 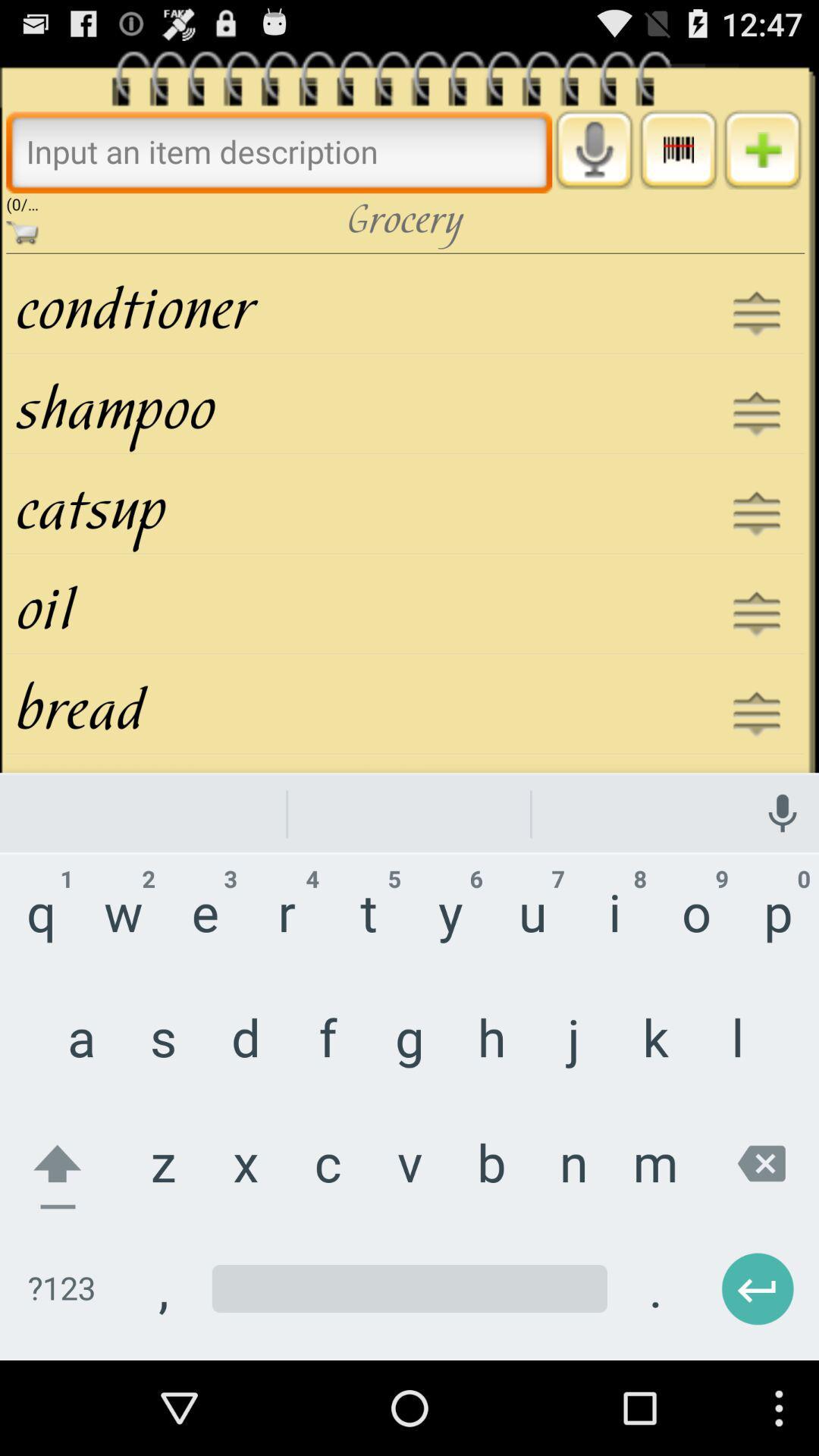 What do you see at coordinates (593, 149) in the screenshot?
I see `mic button` at bounding box center [593, 149].